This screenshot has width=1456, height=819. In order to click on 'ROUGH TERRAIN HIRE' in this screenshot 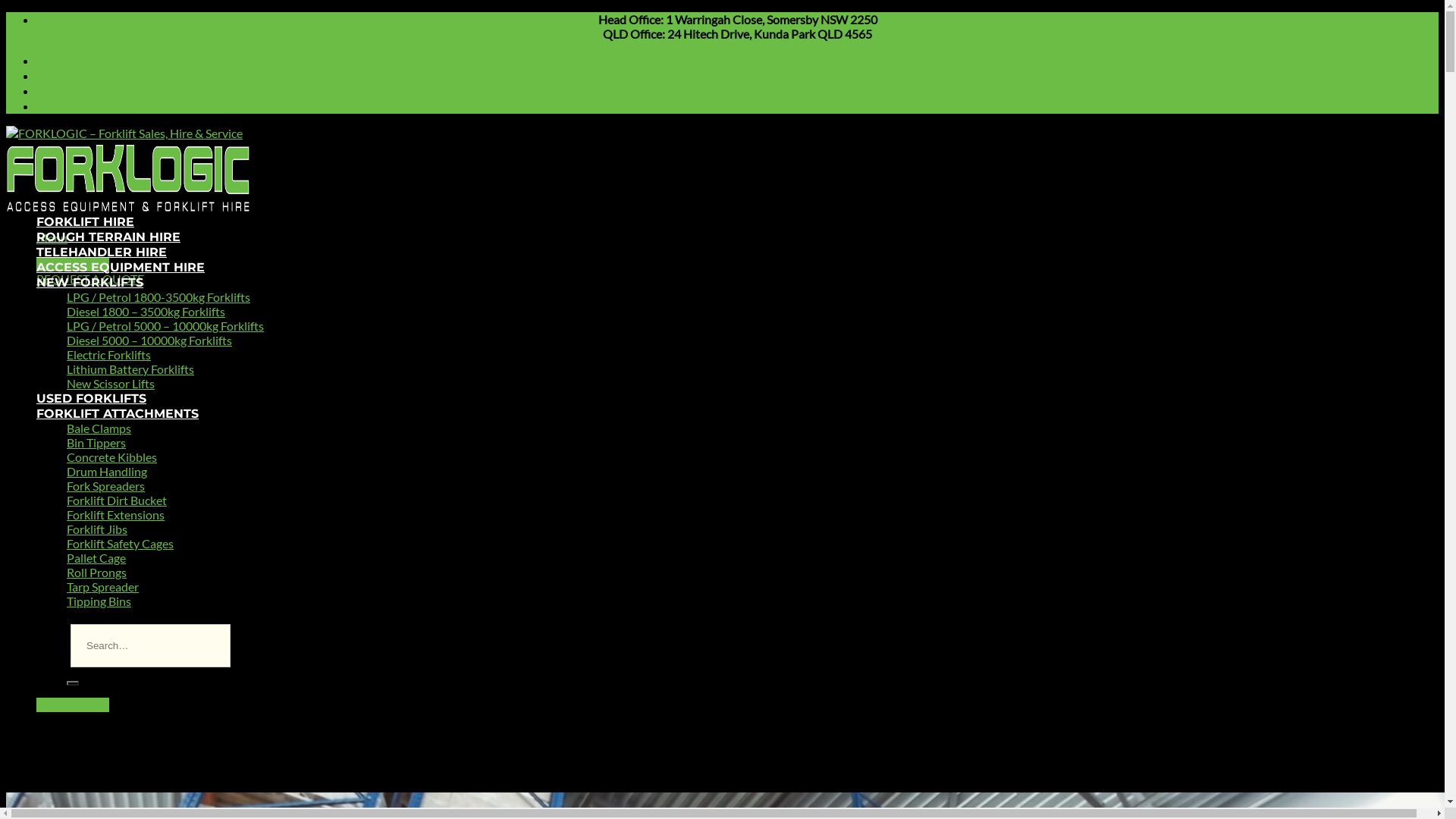, I will do `click(36, 237)`.